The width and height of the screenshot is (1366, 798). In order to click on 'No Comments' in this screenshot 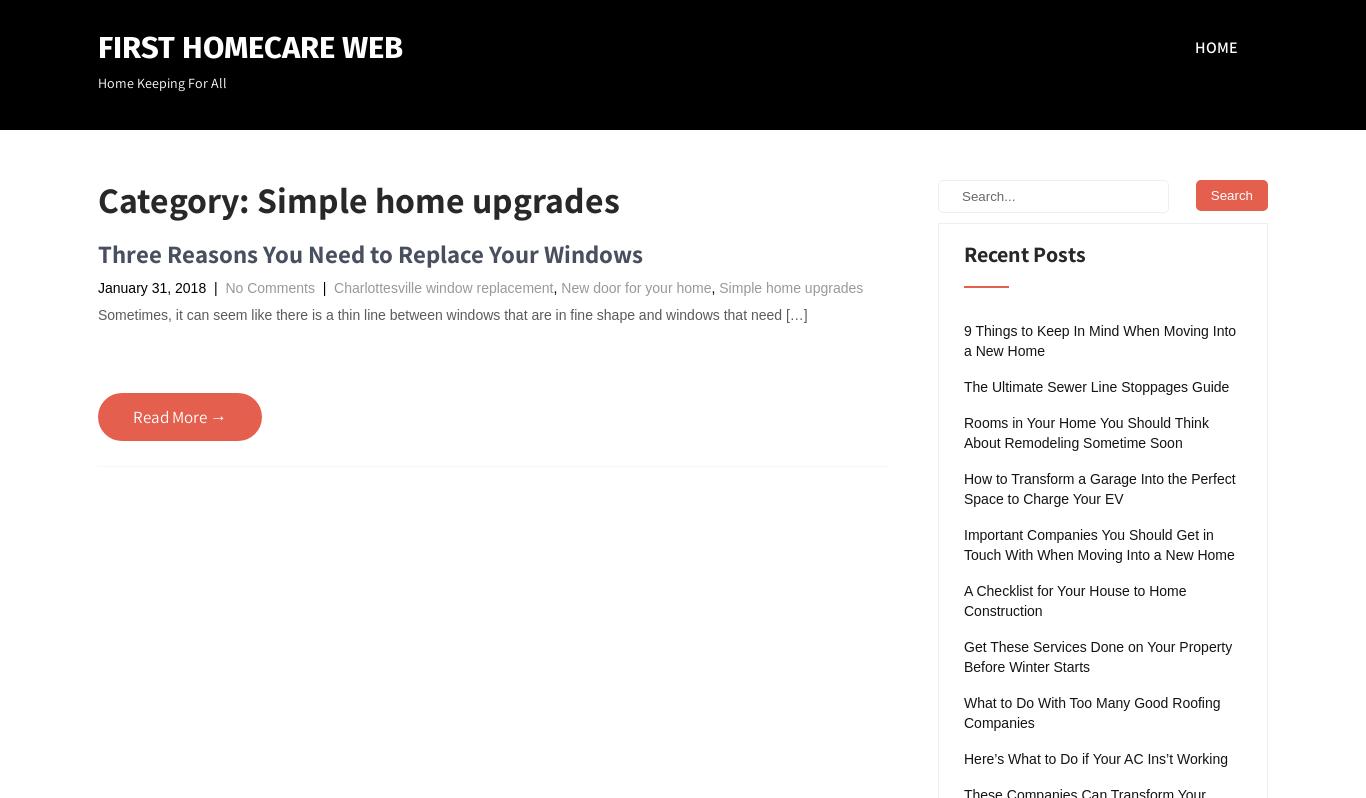, I will do `click(269, 286)`.